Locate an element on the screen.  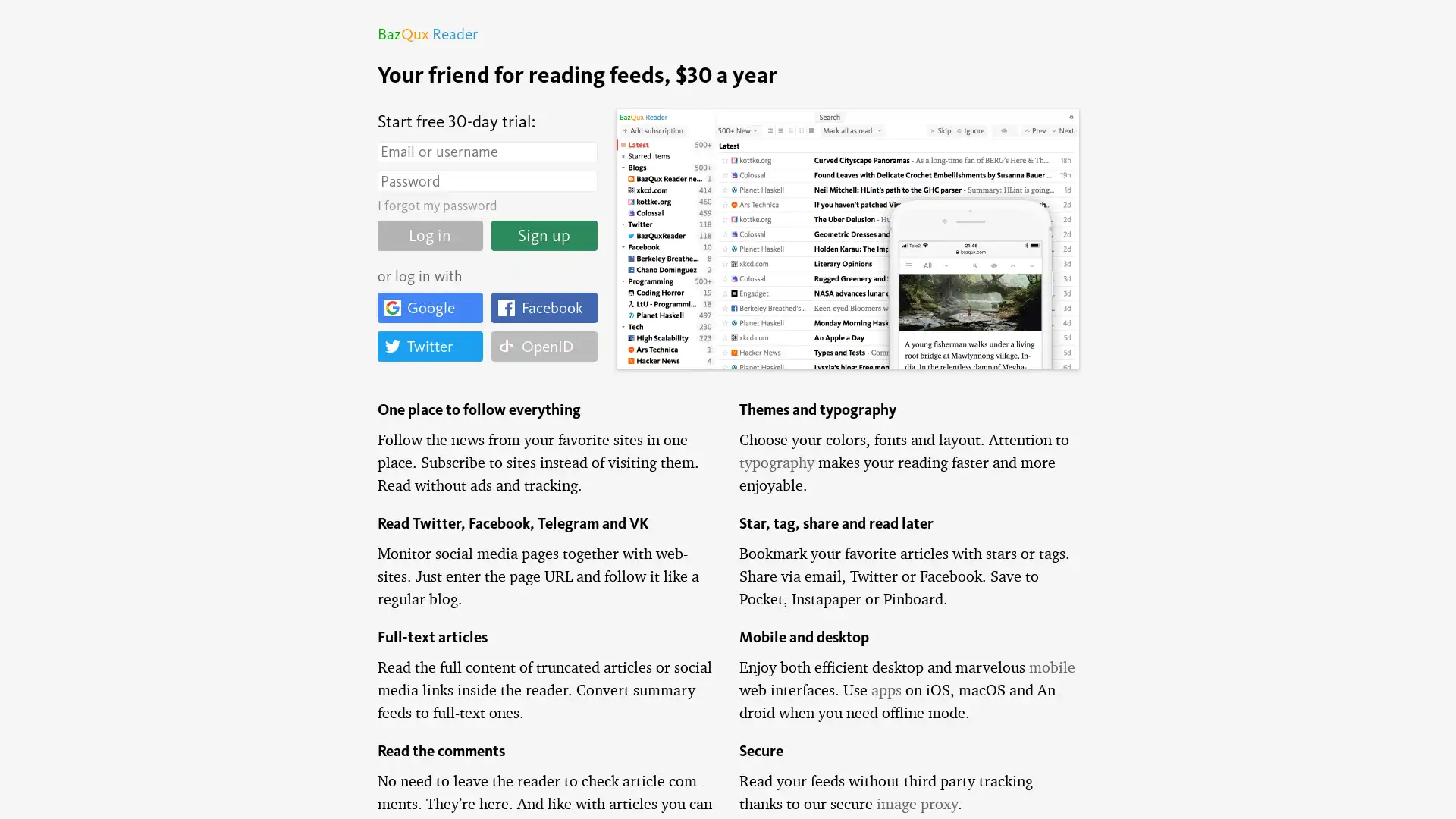
Log in is located at coordinates (428, 234).